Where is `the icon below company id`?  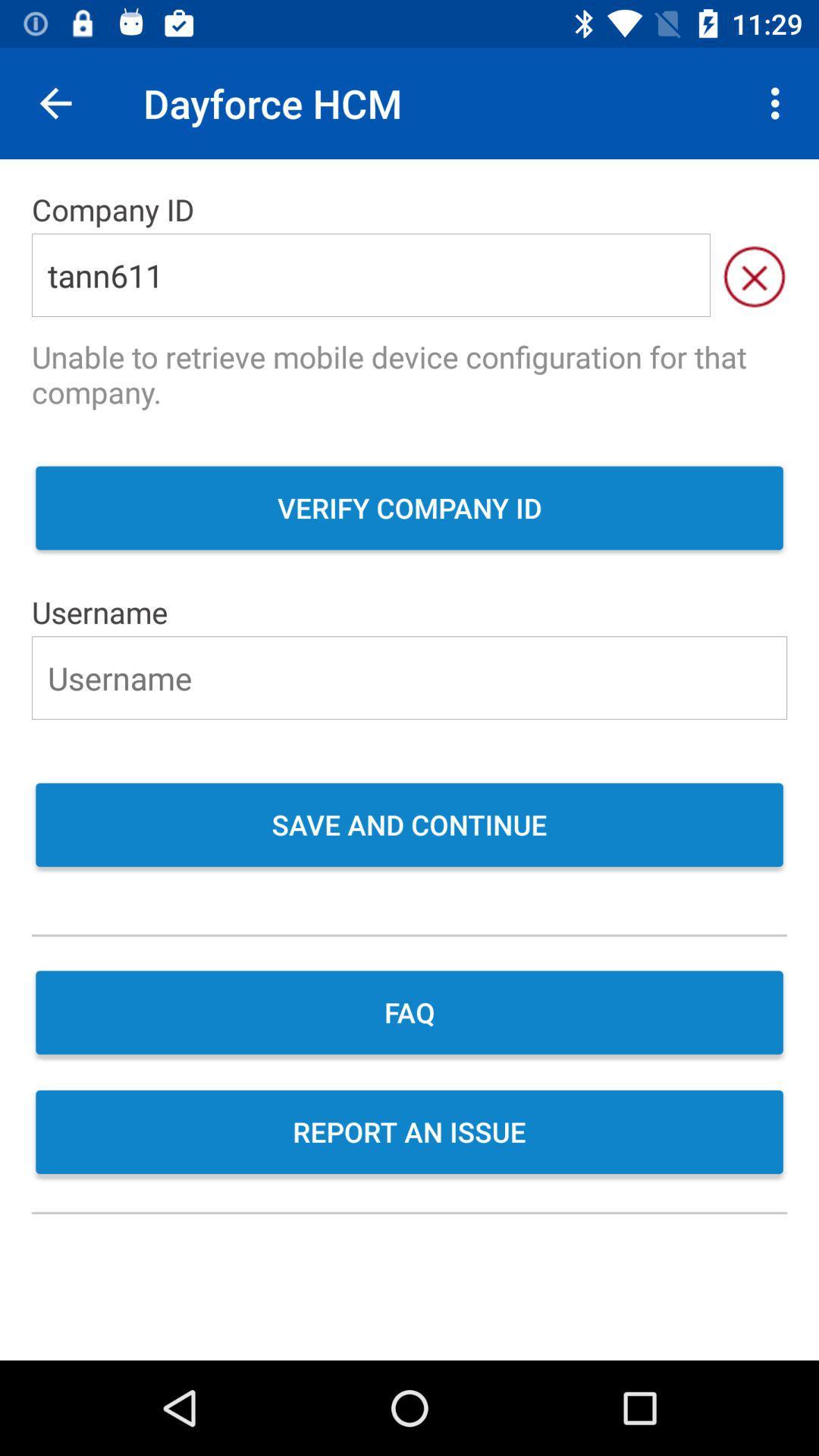
the icon below company id is located at coordinates (371, 275).